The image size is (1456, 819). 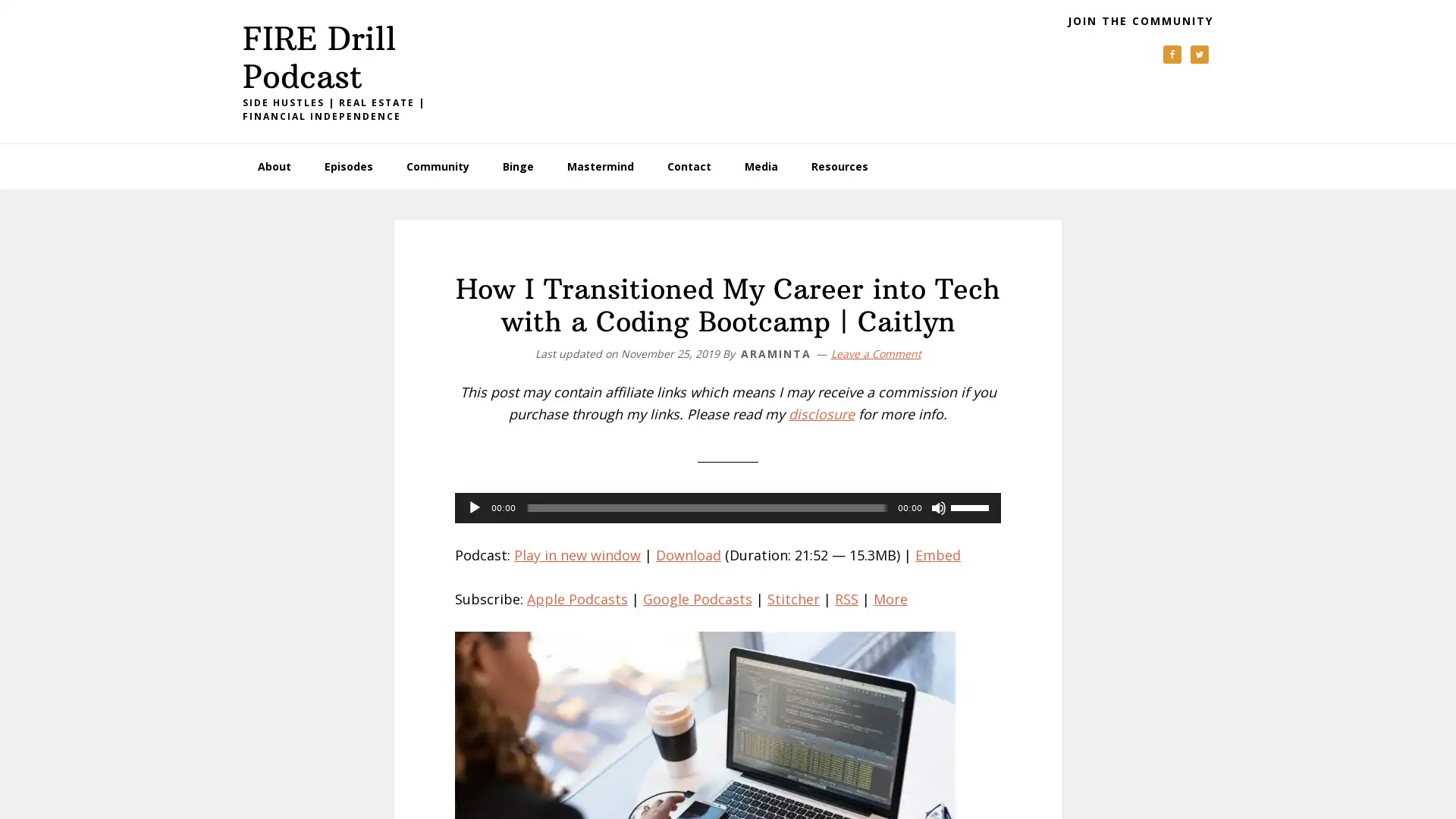 What do you see at coordinates (938, 508) in the screenshot?
I see `Mute` at bounding box center [938, 508].